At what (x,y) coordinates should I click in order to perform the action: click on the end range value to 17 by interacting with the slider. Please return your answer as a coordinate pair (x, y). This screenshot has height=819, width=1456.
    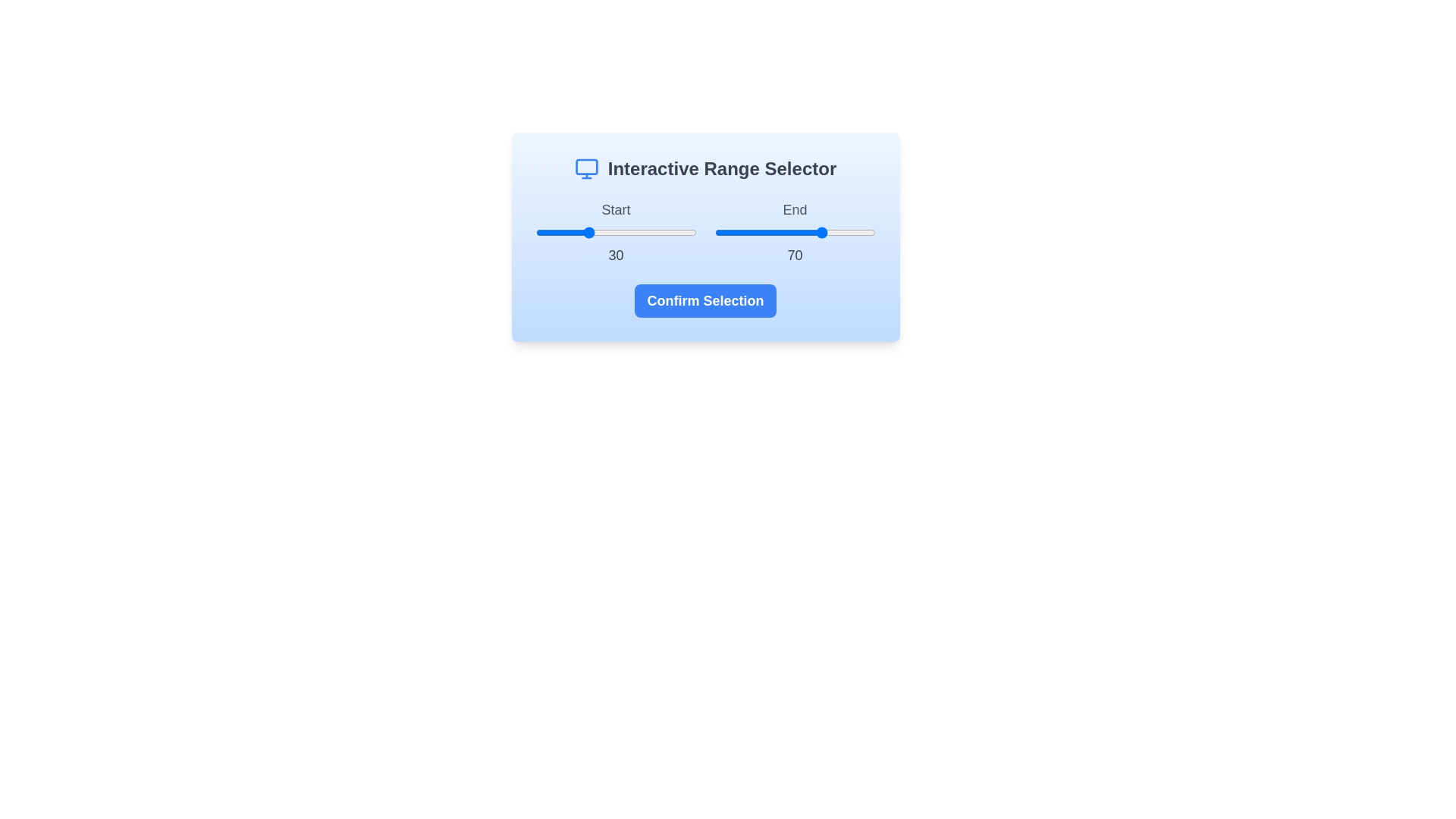
    Looking at the image, I should click on (742, 233).